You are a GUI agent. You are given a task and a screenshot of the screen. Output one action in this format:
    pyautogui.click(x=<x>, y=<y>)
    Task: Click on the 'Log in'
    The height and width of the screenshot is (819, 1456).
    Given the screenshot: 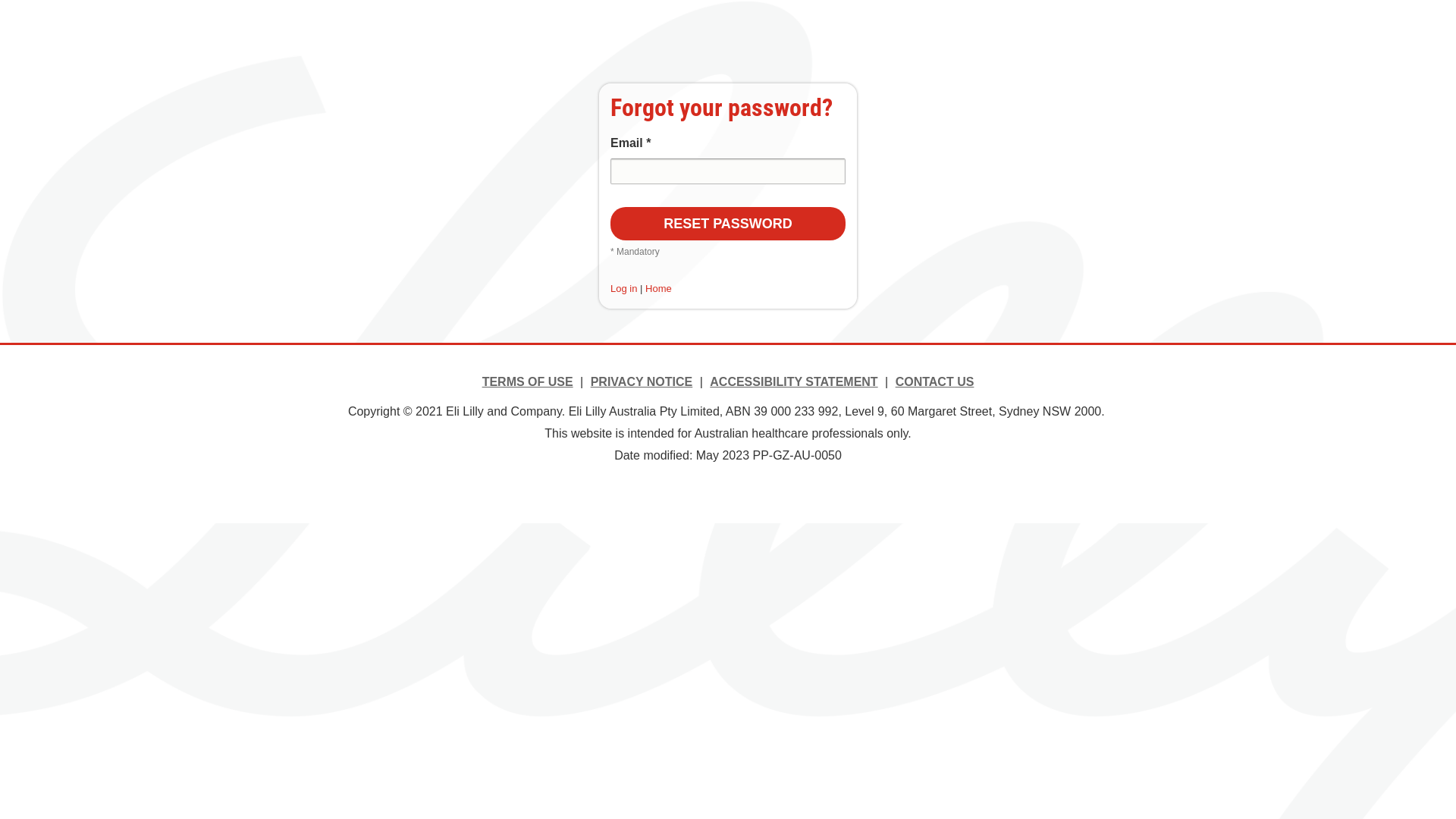 What is the action you would take?
    pyautogui.click(x=623, y=288)
    